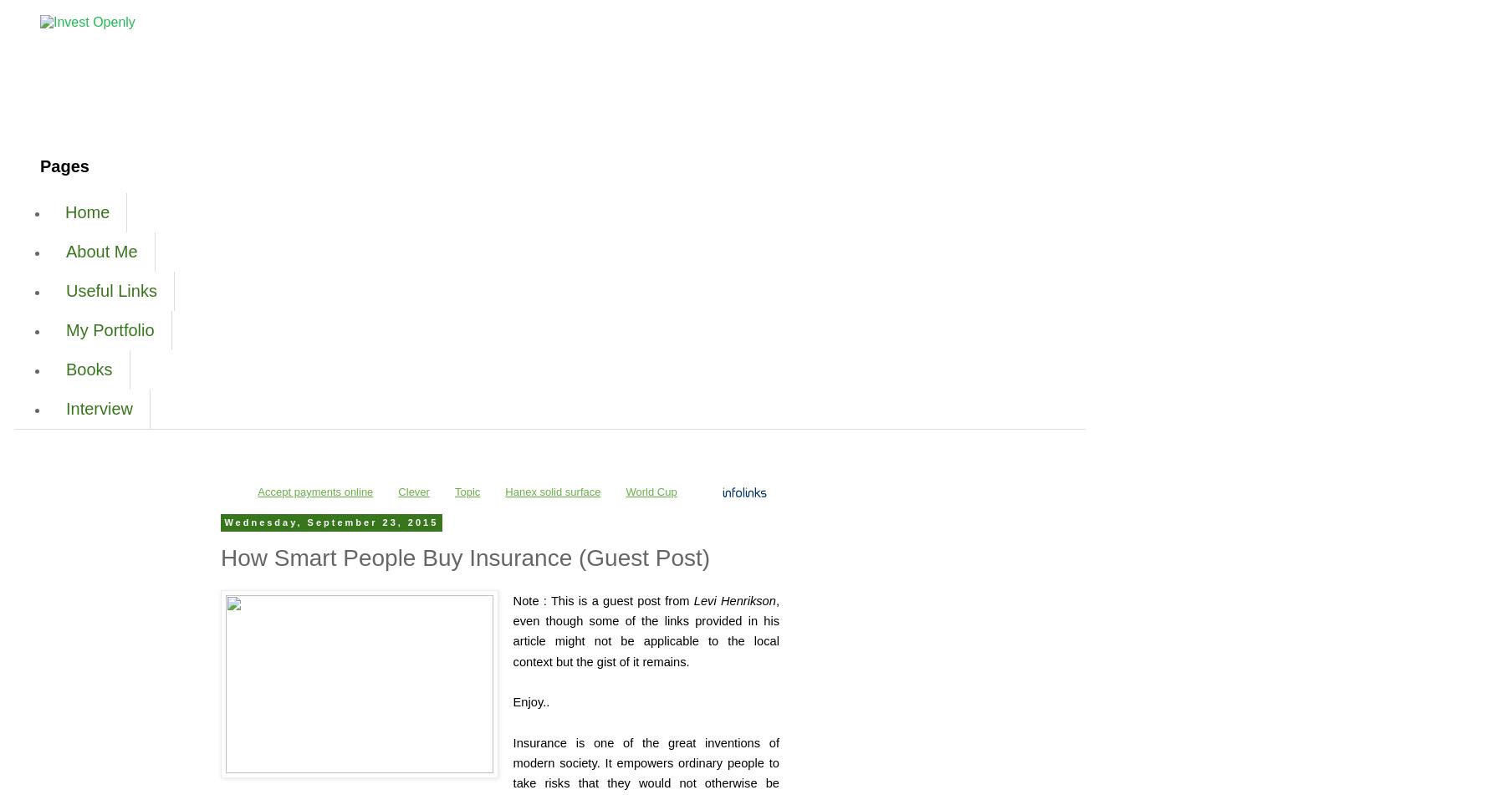  I want to click on 'Accept payments online', so click(314, 491).